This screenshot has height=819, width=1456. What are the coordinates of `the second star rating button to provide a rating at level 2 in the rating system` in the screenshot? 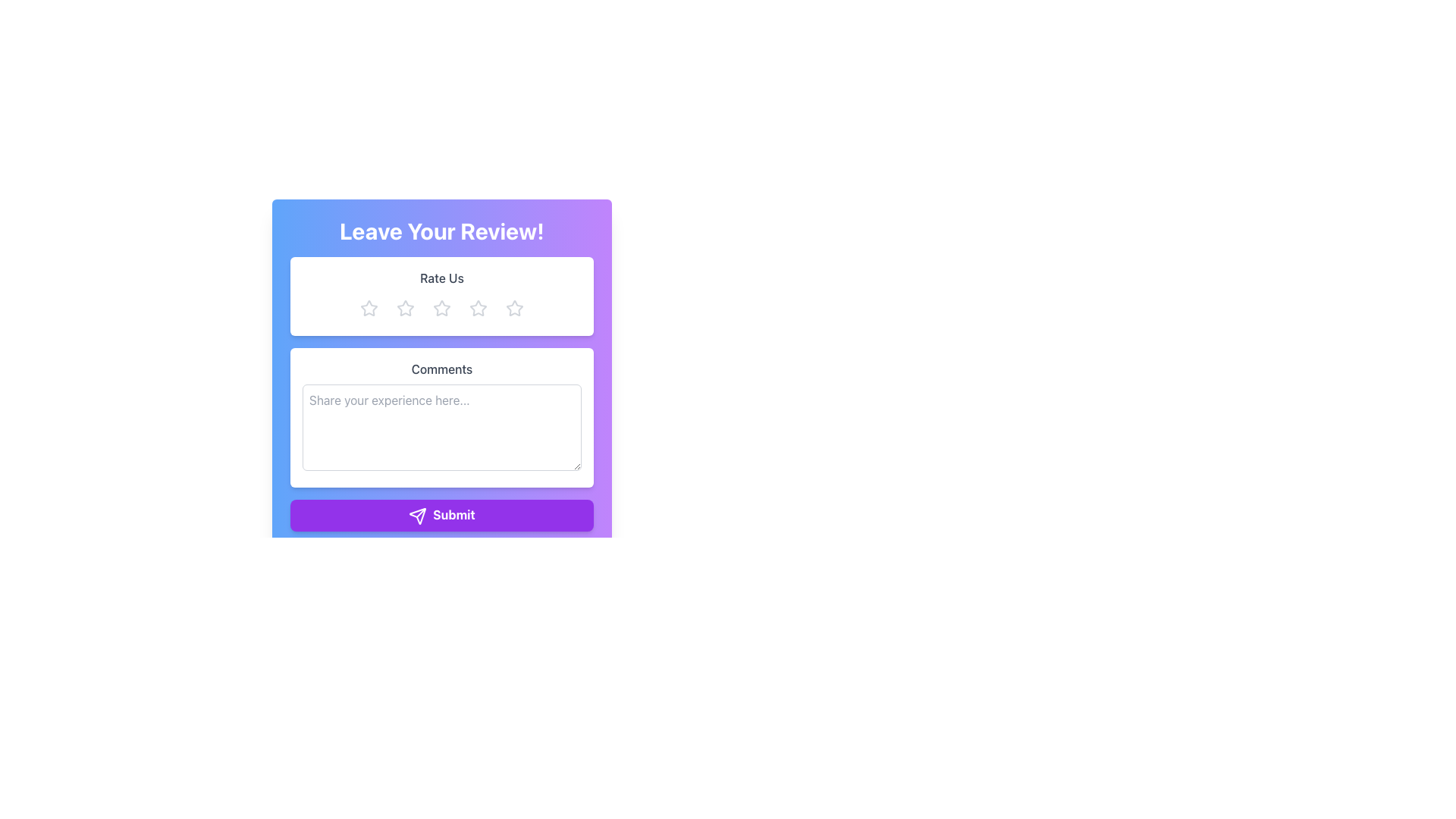 It's located at (405, 308).